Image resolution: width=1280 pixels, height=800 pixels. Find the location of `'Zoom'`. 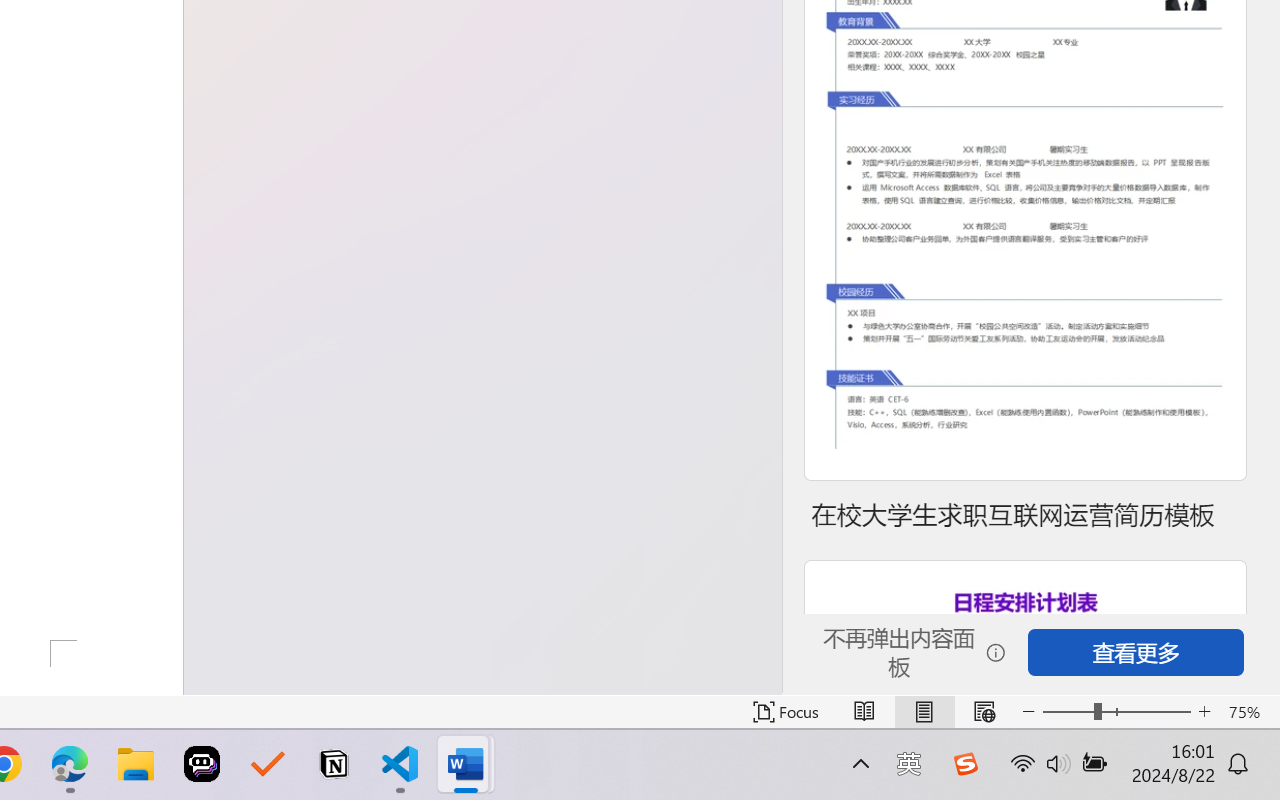

'Zoom' is located at coordinates (1115, 711).